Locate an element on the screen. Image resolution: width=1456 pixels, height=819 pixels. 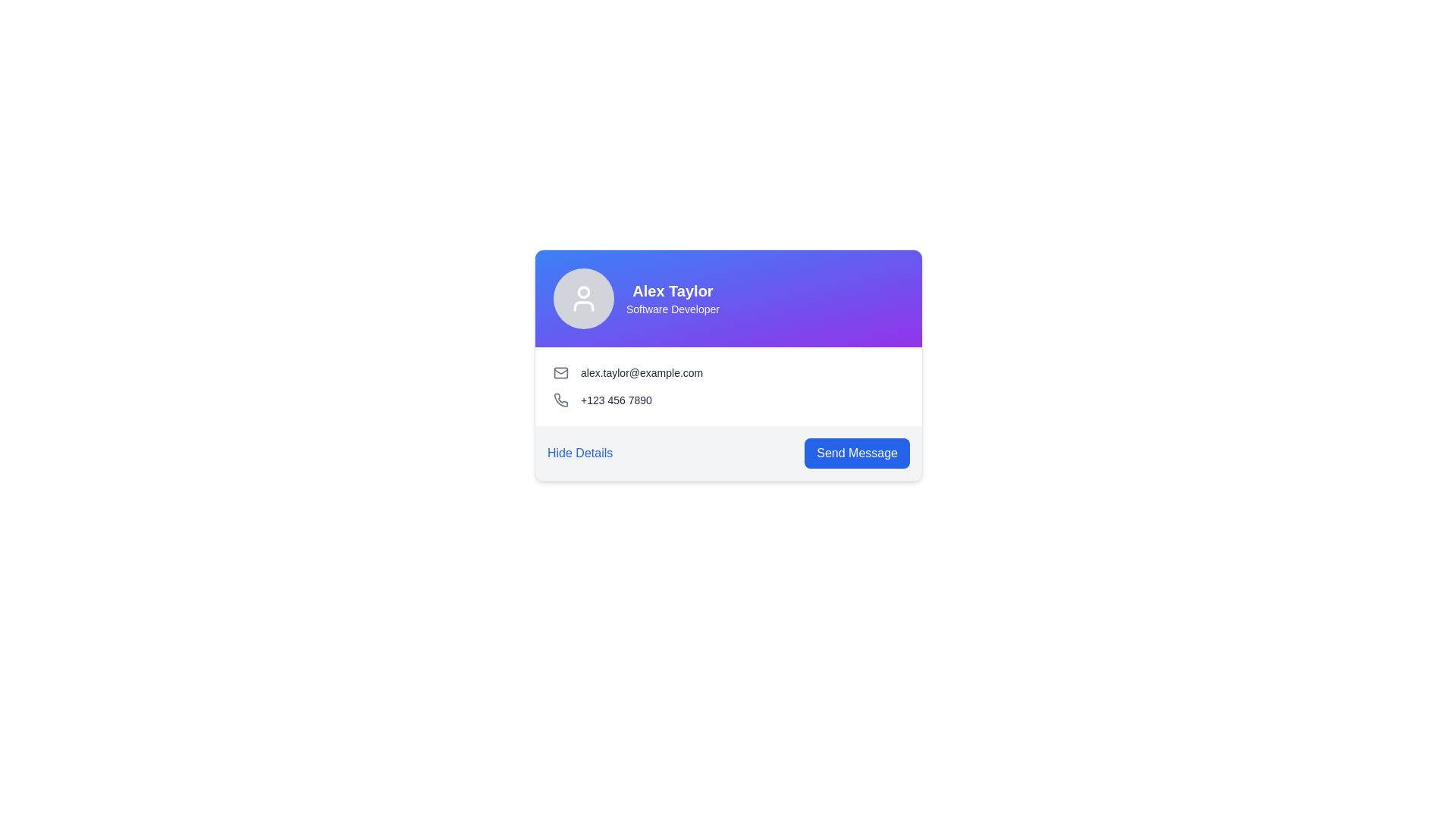
the Text Label displaying the email address 'alex.taylor@example.com', which is styled with a smaller font and located adjacent to an envelope icon is located at coordinates (642, 373).